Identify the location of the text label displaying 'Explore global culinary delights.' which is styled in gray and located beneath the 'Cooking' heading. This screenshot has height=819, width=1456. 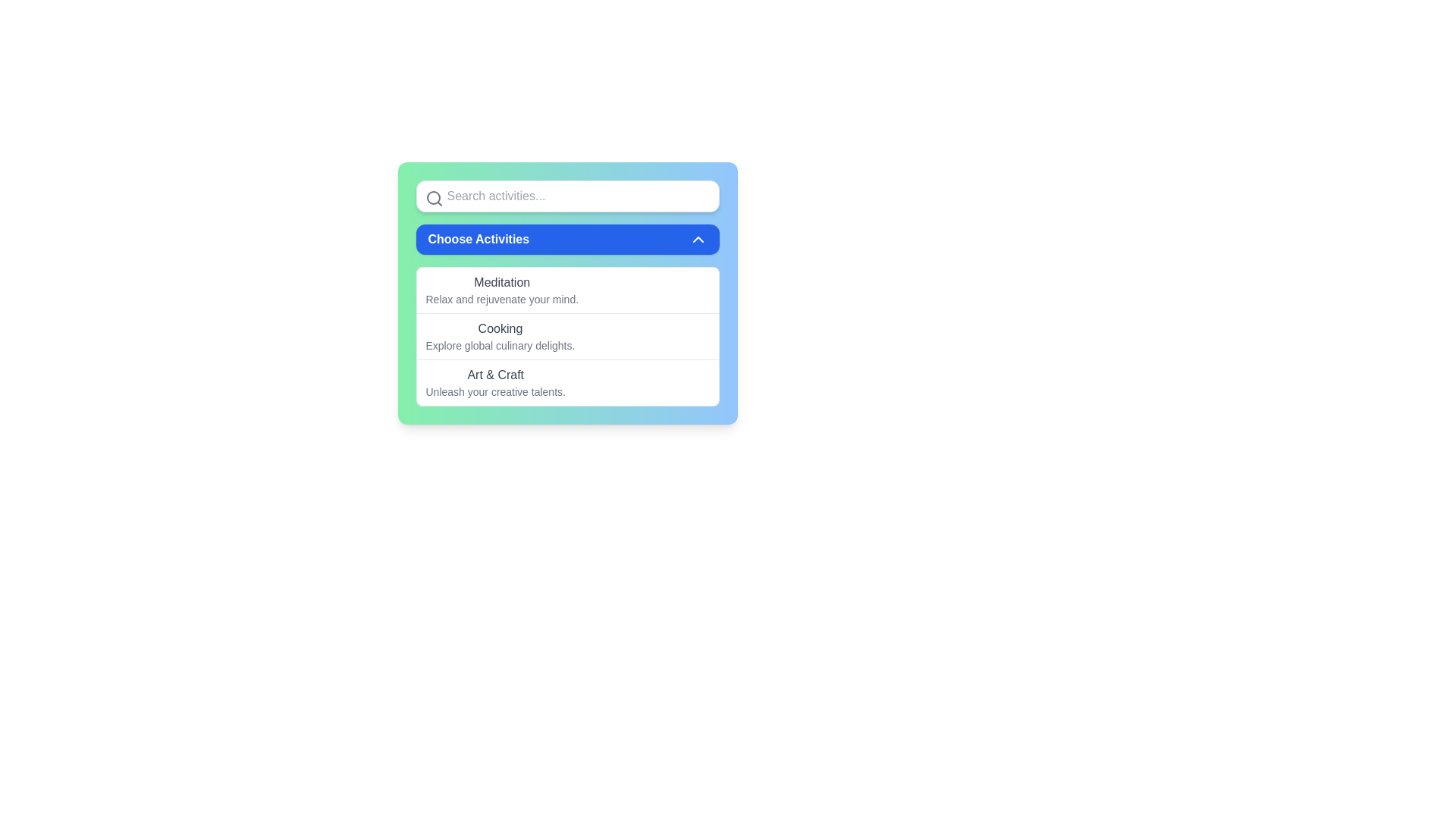
(500, 345).